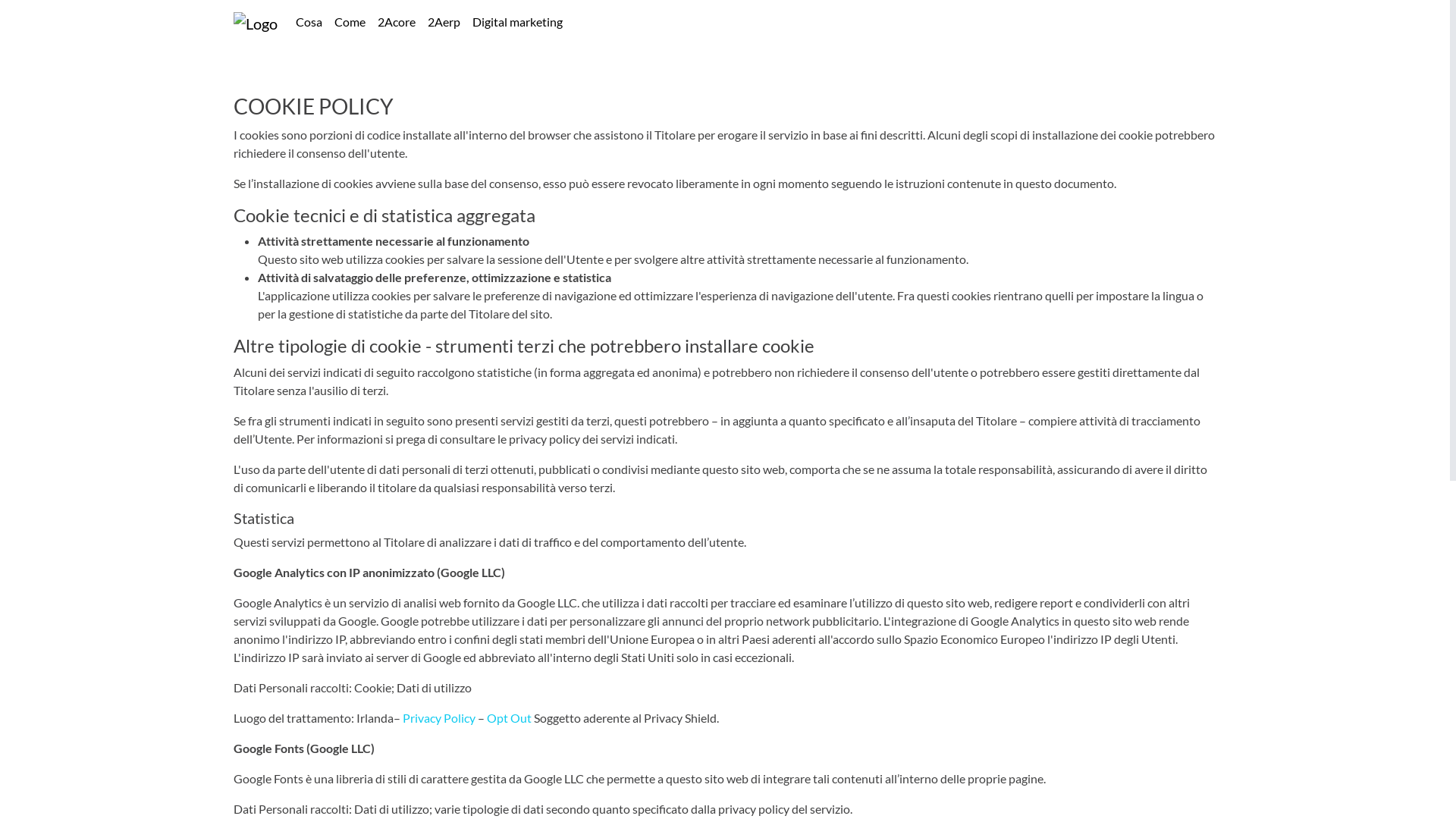 This screenshot has height=819, width=1456. I want to click on 'Opt Out', so click(509, 717).